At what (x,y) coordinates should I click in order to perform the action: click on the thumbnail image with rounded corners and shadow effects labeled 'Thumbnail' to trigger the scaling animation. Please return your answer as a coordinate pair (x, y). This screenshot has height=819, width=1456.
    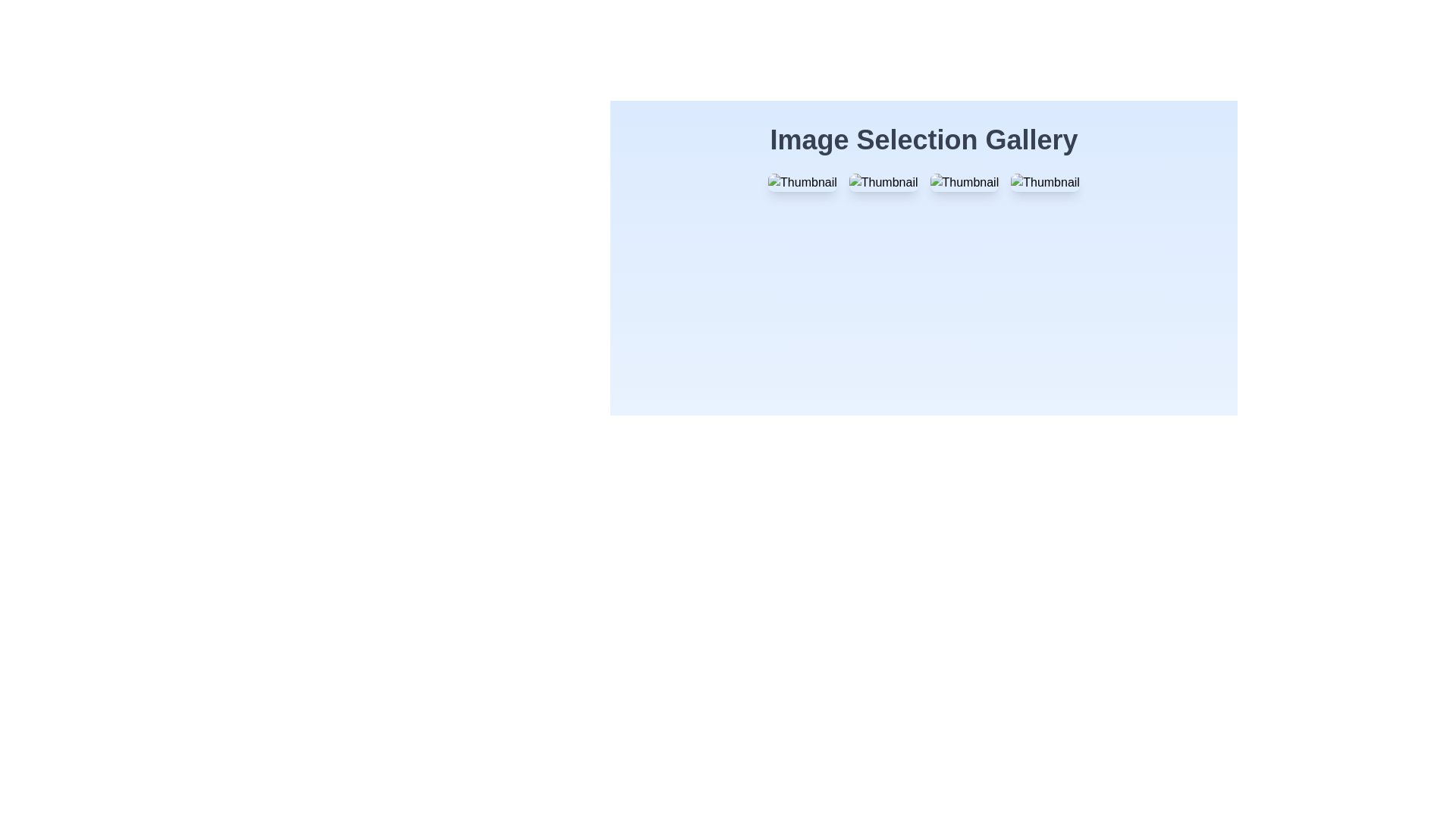
    Looking at the image, I should click on (883, 181).